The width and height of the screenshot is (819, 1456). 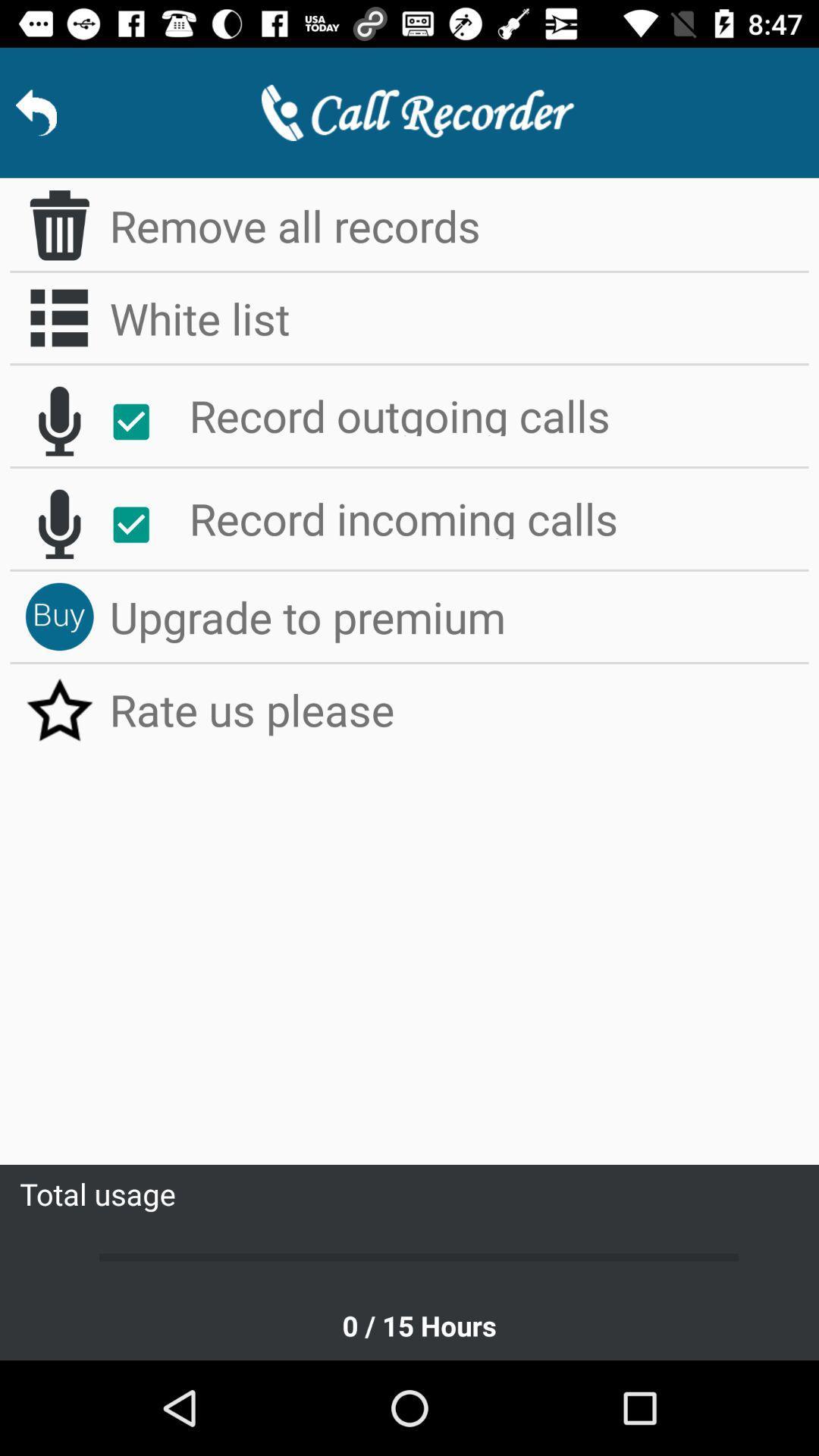 What do you see at coordinates (58, 224) in the screenshot?
I see `delete records` at bounding box center [58, 224].